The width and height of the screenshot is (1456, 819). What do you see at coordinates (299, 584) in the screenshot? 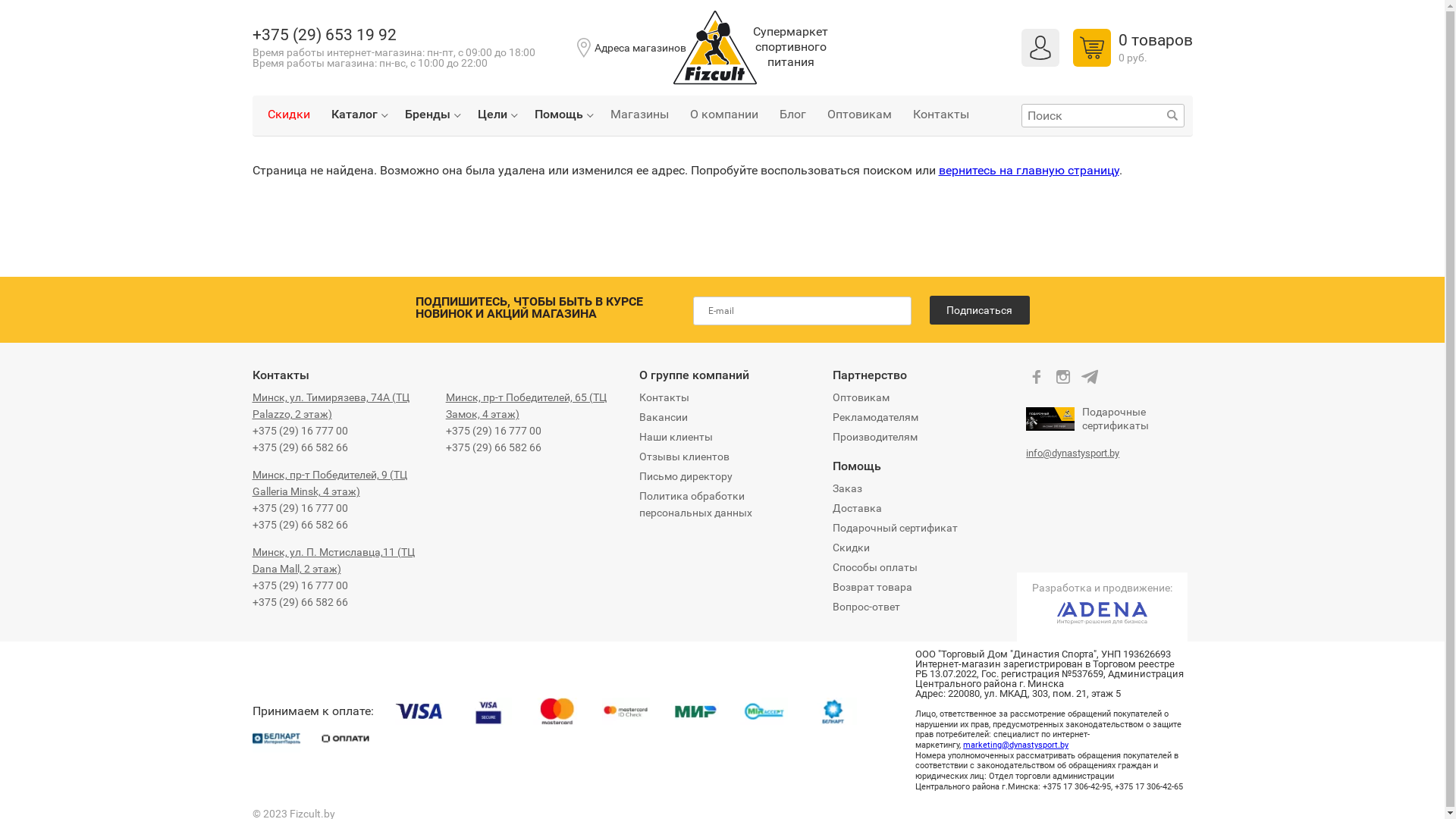
I see `'+375 (29) 16 777 00'` at bounding box center [299, 584].